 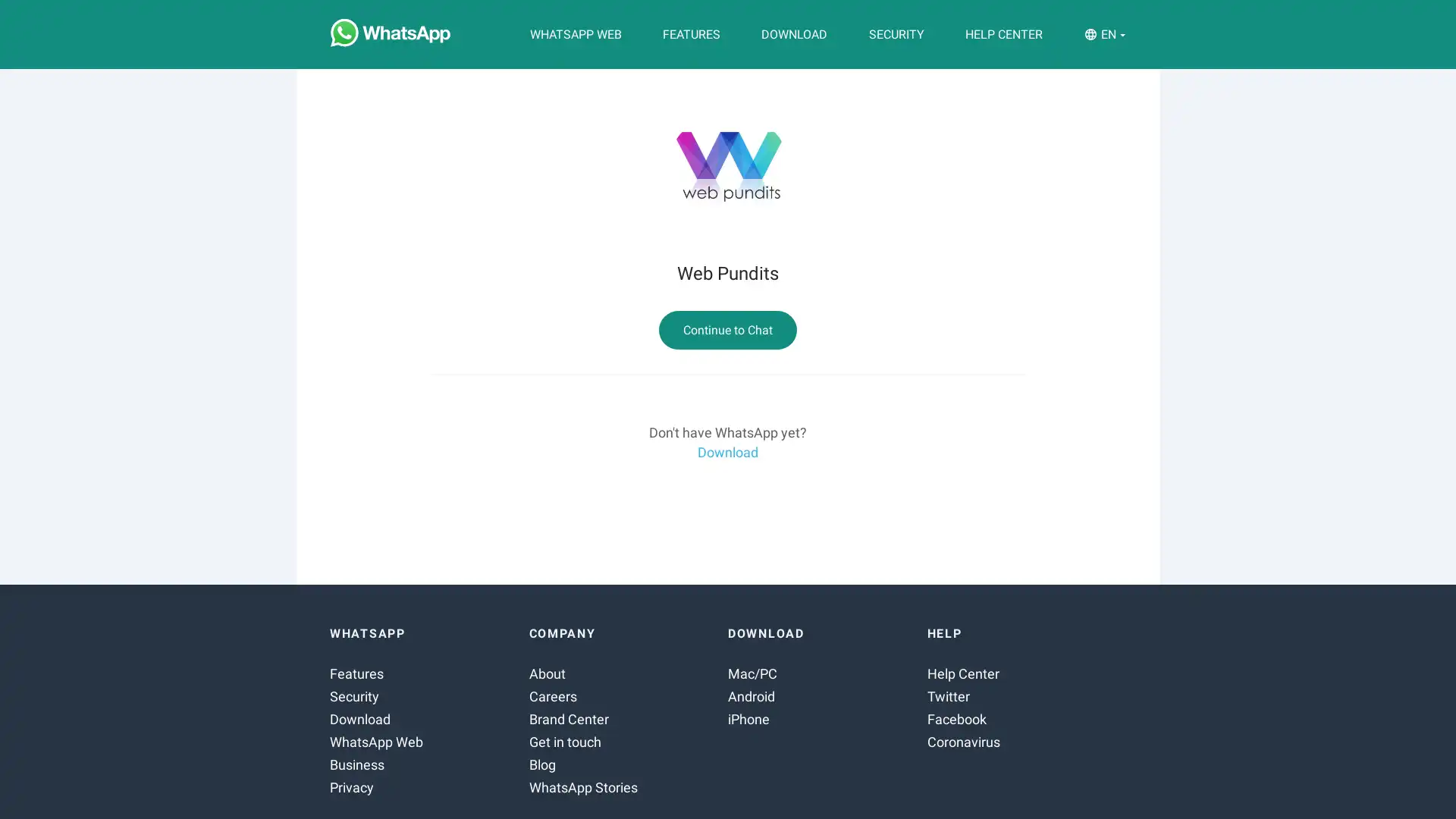 I want to click on EN, so click(x=1105, y=34).